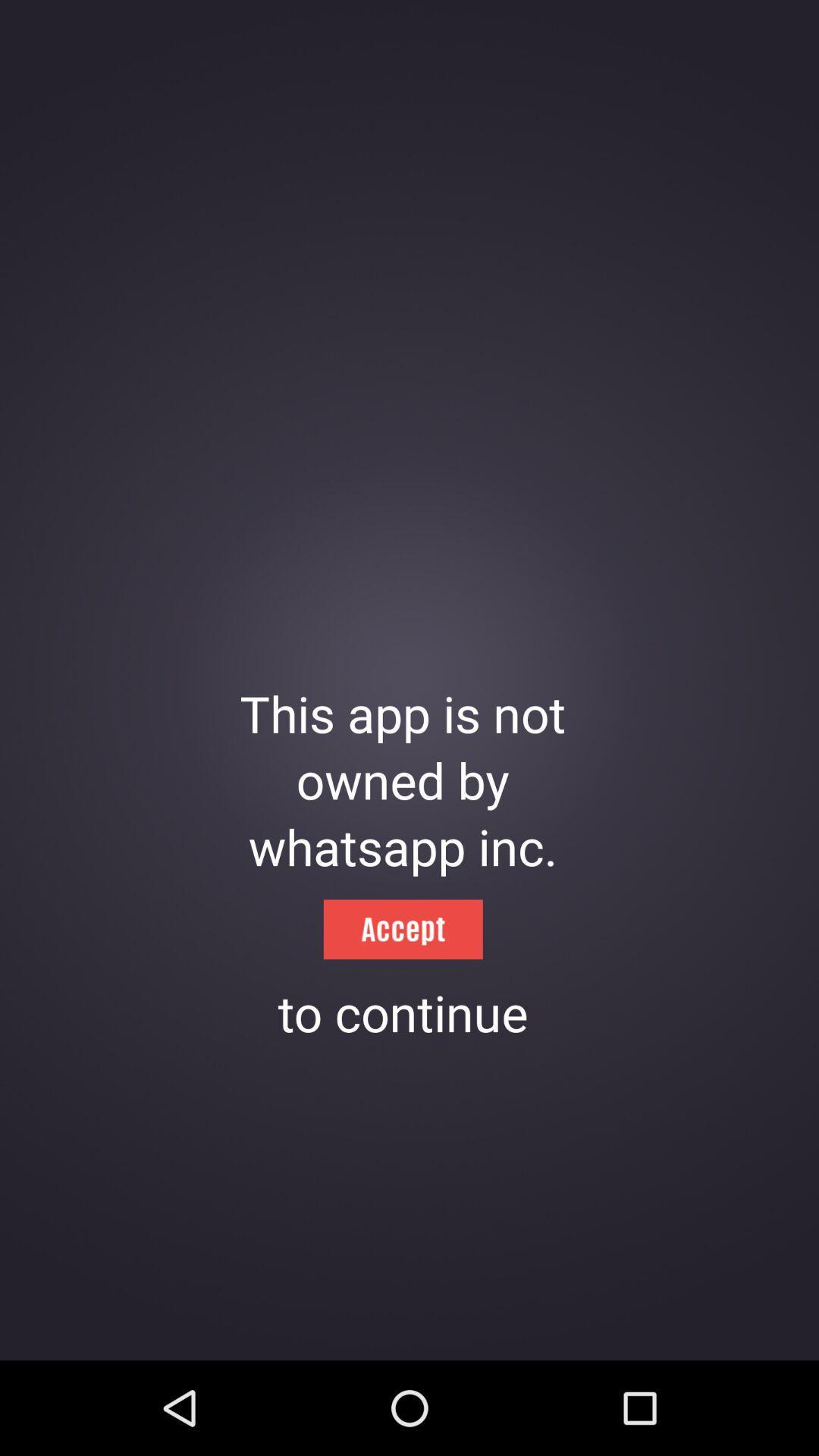  What do you see at coordinates (402, 928) in the screenshot?
I see `accept` at bounding box center [402, 928].